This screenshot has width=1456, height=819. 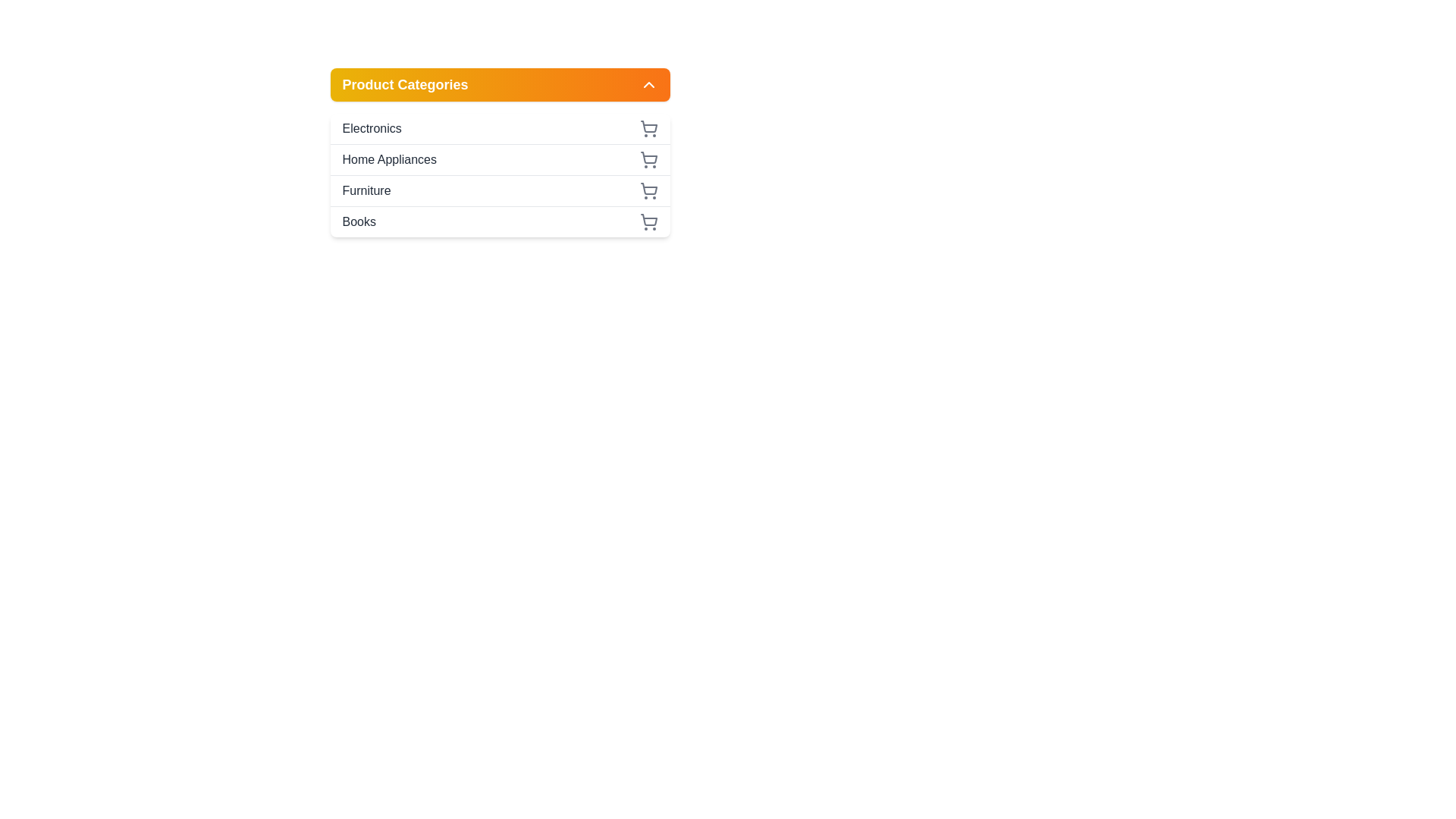 I want to click on the second item in the 'Product Categories' list which is the 'Home Appliances' category option, so click(x=500, y=174).